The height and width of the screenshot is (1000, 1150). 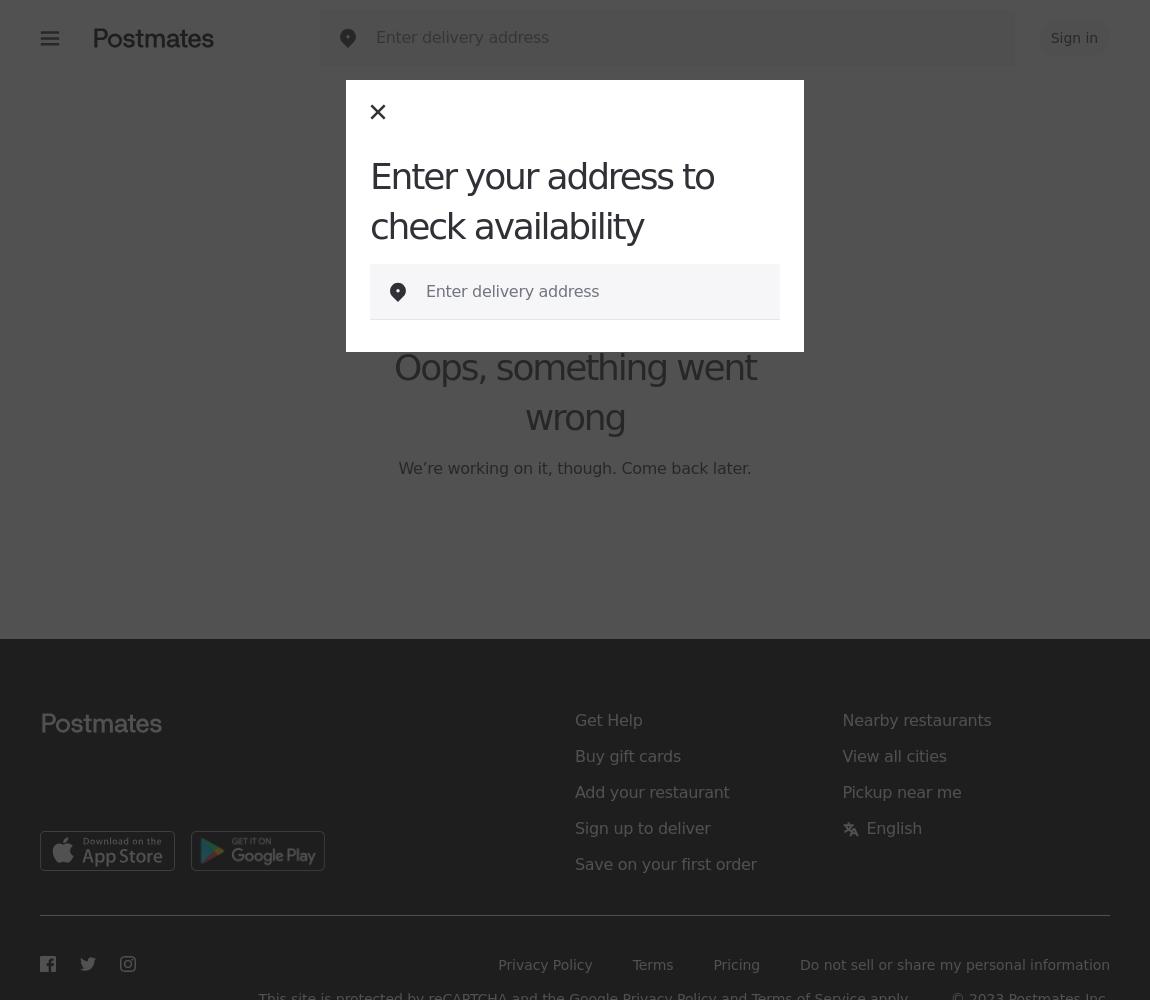 What do you see at coordinates (651, 964) in the screenshot?
I see `'Terms'` at bounding box center [651, 964].